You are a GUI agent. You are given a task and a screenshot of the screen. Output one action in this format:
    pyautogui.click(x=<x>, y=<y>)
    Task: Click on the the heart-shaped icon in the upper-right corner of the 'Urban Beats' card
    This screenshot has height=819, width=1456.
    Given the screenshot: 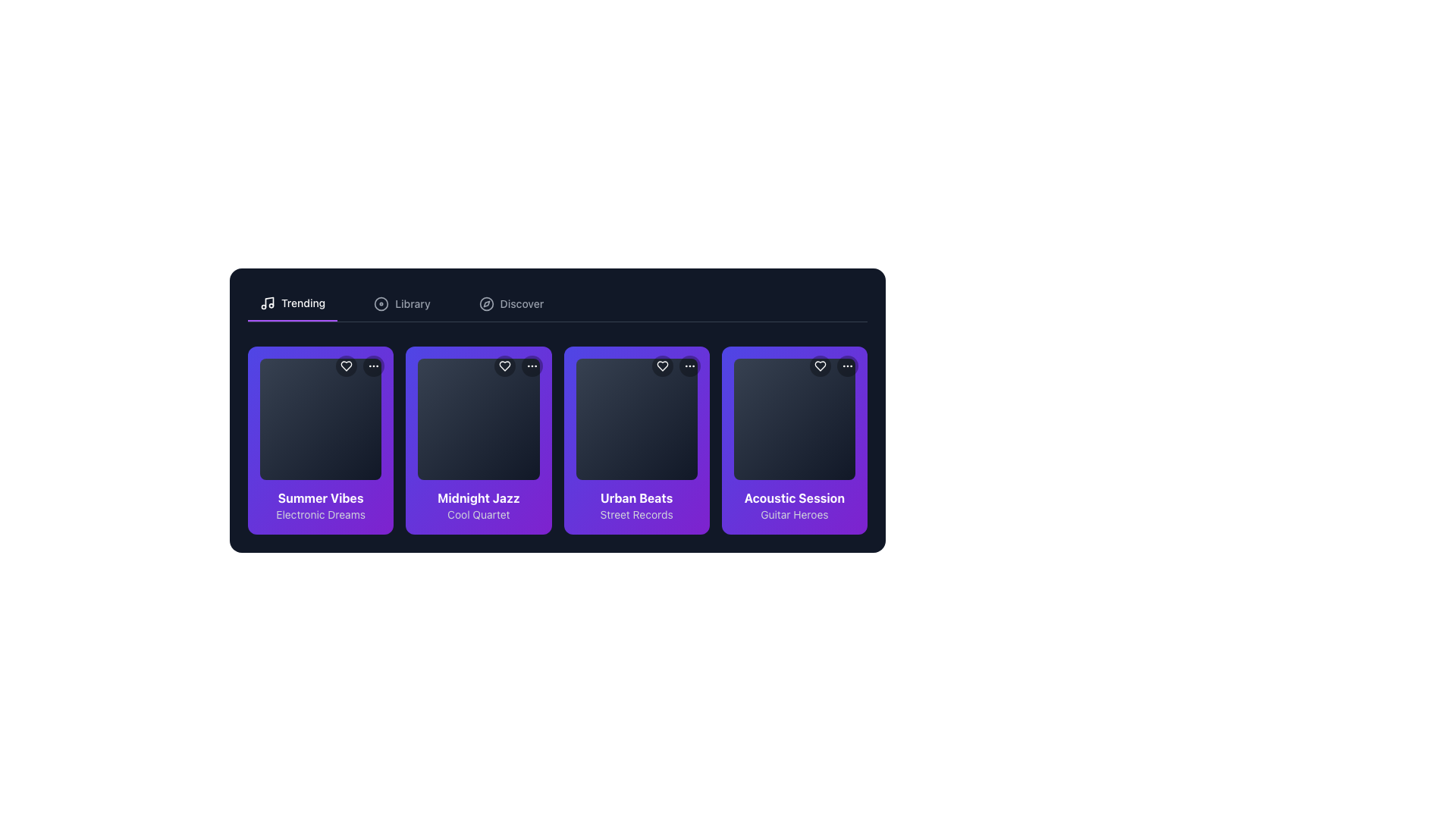 What is the action you would take?
    pyautogui.click(x=662, y=366)
    